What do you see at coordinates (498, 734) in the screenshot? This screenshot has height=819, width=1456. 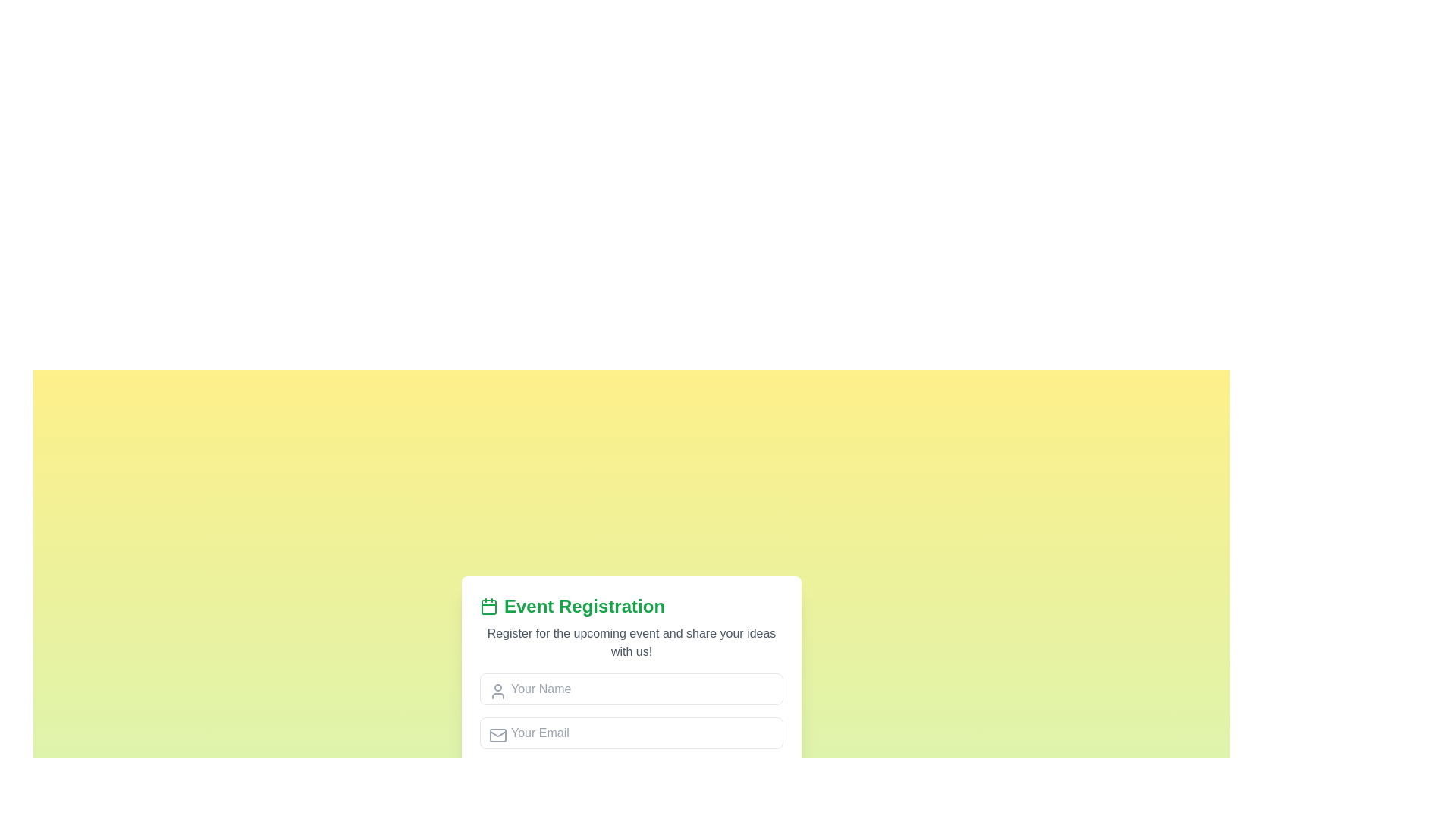 I see `the envelope icon representing email, which is styled in a minimalistic gray design and located at the top-left corner of the input field labeled 'Your Email'` at bounding box center [498, 734].